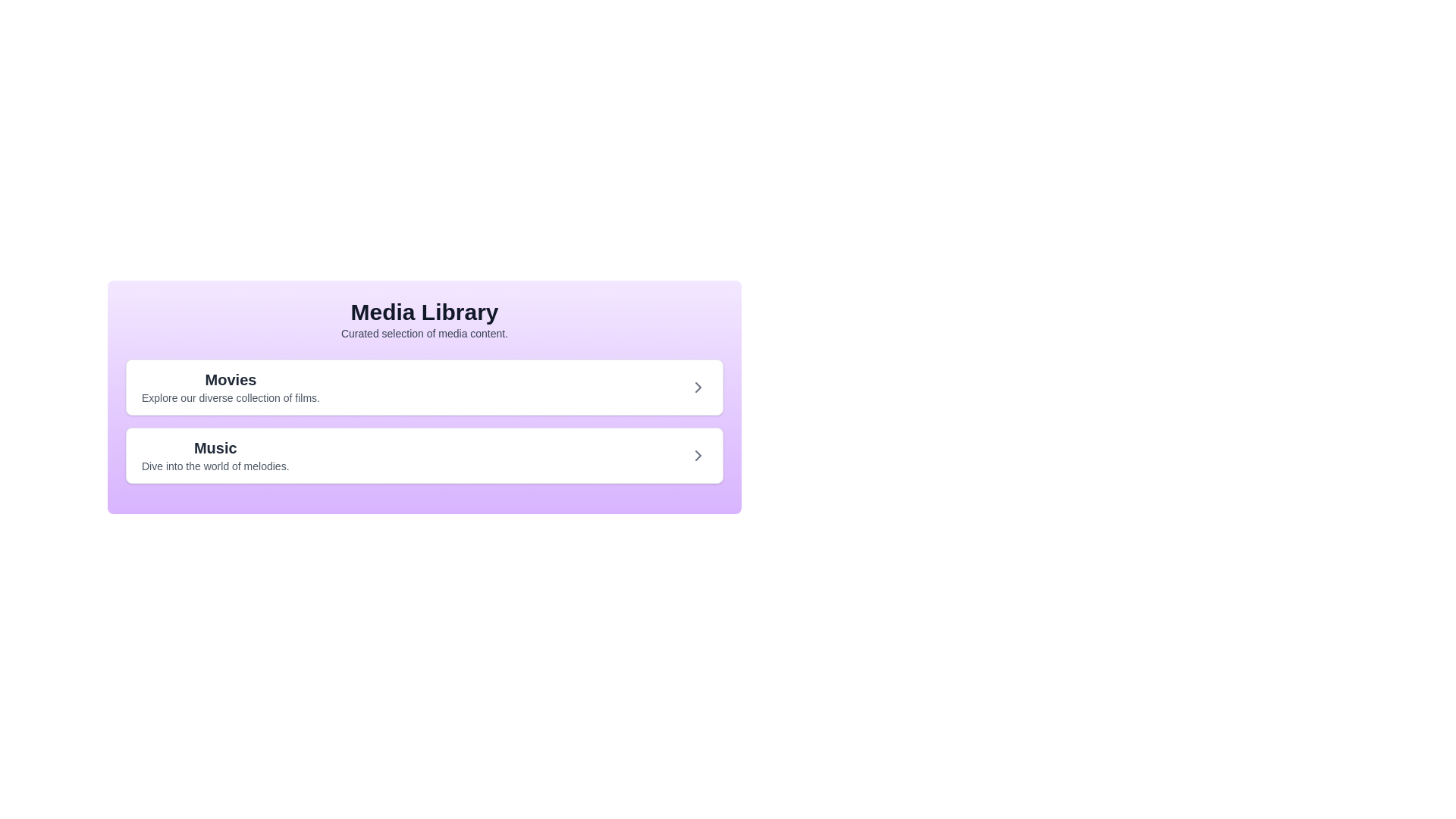 This screenshot has height=819, width=1456. I want to click on the text label that provides a descriptive summary about the 'Movies' section, located below the heading 'Movies' in the 'Media Library' interface, so click(230, 397).